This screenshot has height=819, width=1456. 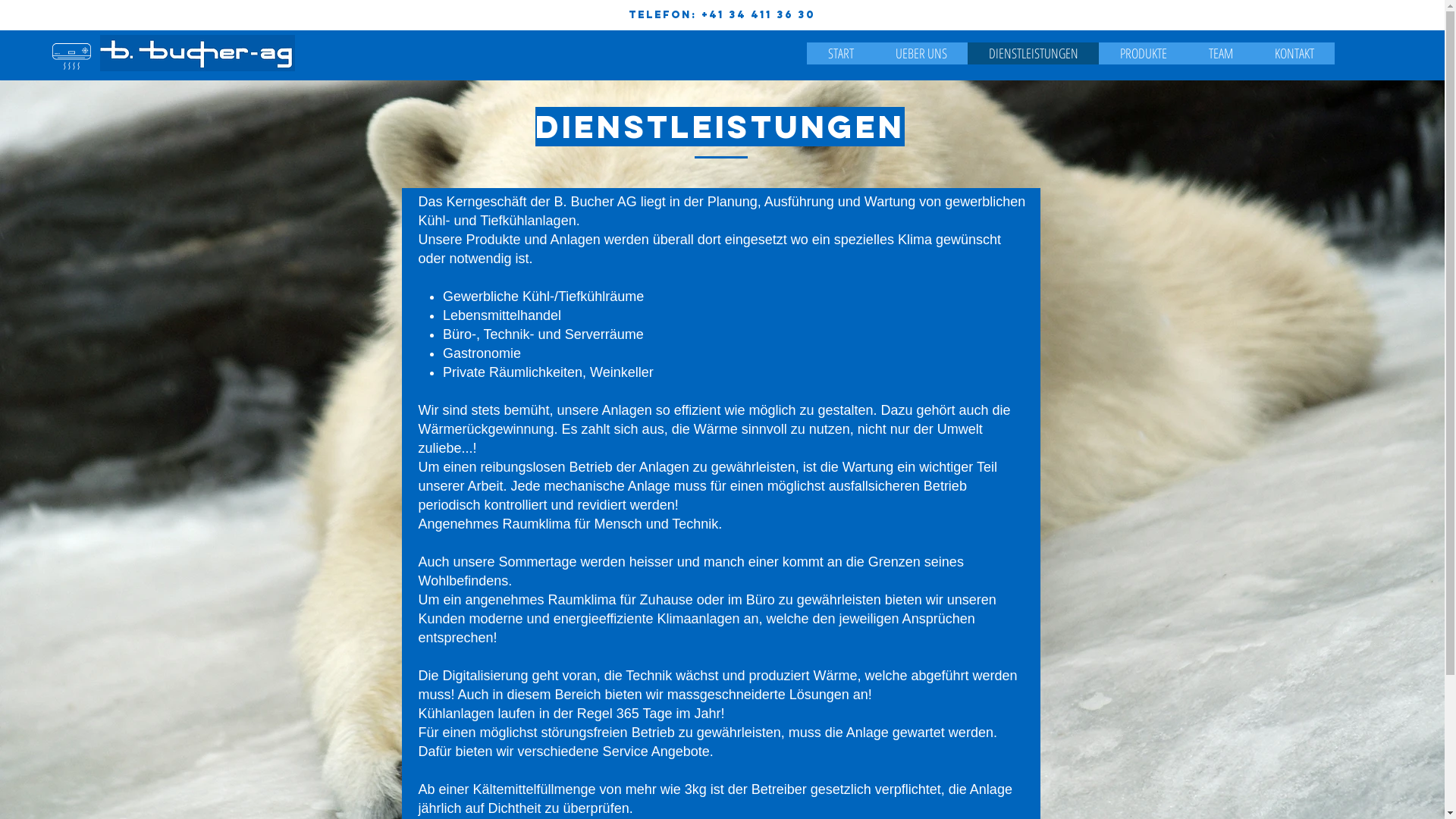 What do you see at coordinates (874, 52) in the screenshot?
I see `'UEBER UNS'` at bounding box center [874, 52].